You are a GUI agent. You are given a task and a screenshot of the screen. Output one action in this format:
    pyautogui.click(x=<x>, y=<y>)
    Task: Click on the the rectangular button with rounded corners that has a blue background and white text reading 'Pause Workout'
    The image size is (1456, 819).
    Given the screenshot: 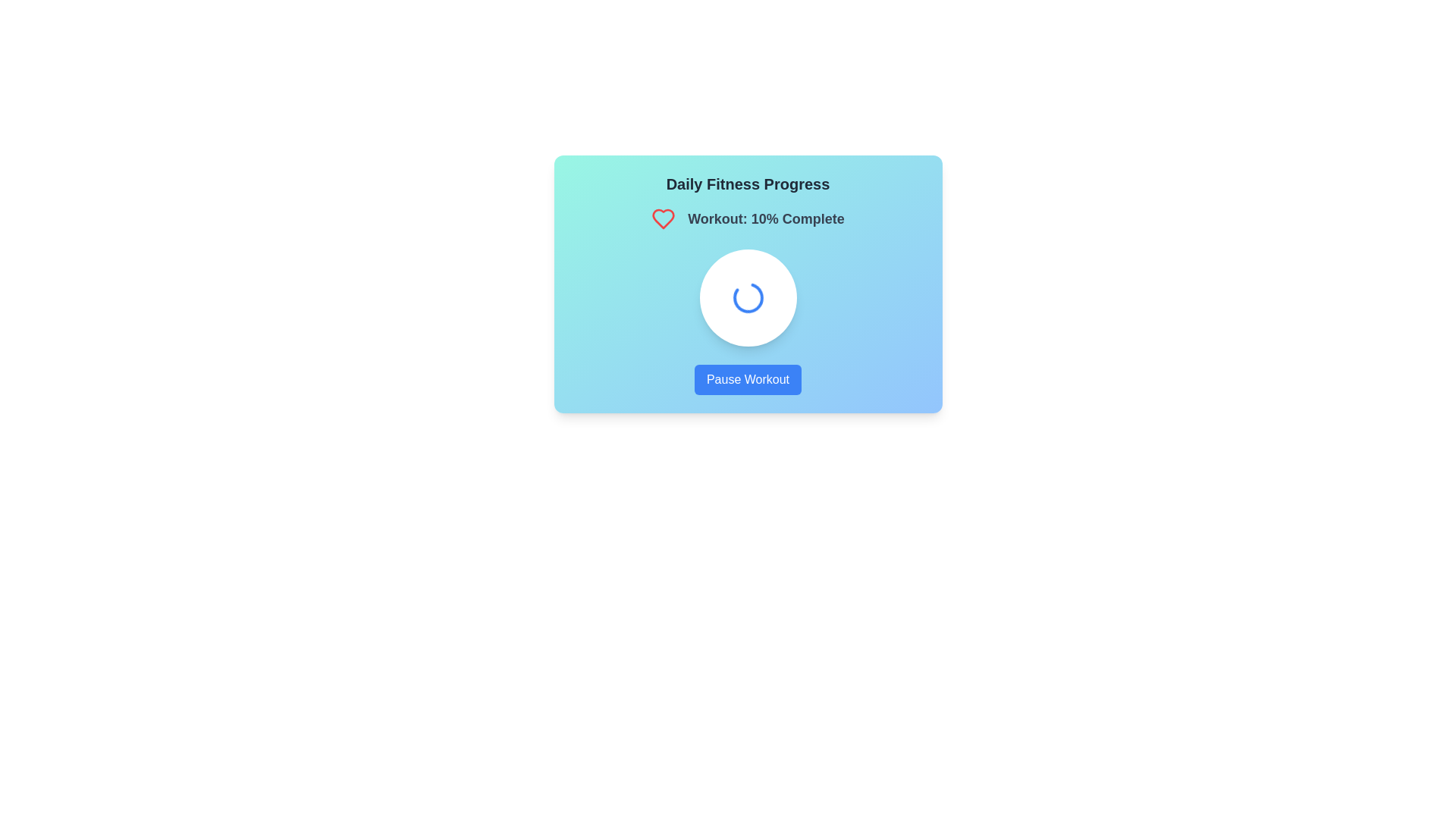 What is the action you would take?
    pyautogui.click(x=748, y=379)
    